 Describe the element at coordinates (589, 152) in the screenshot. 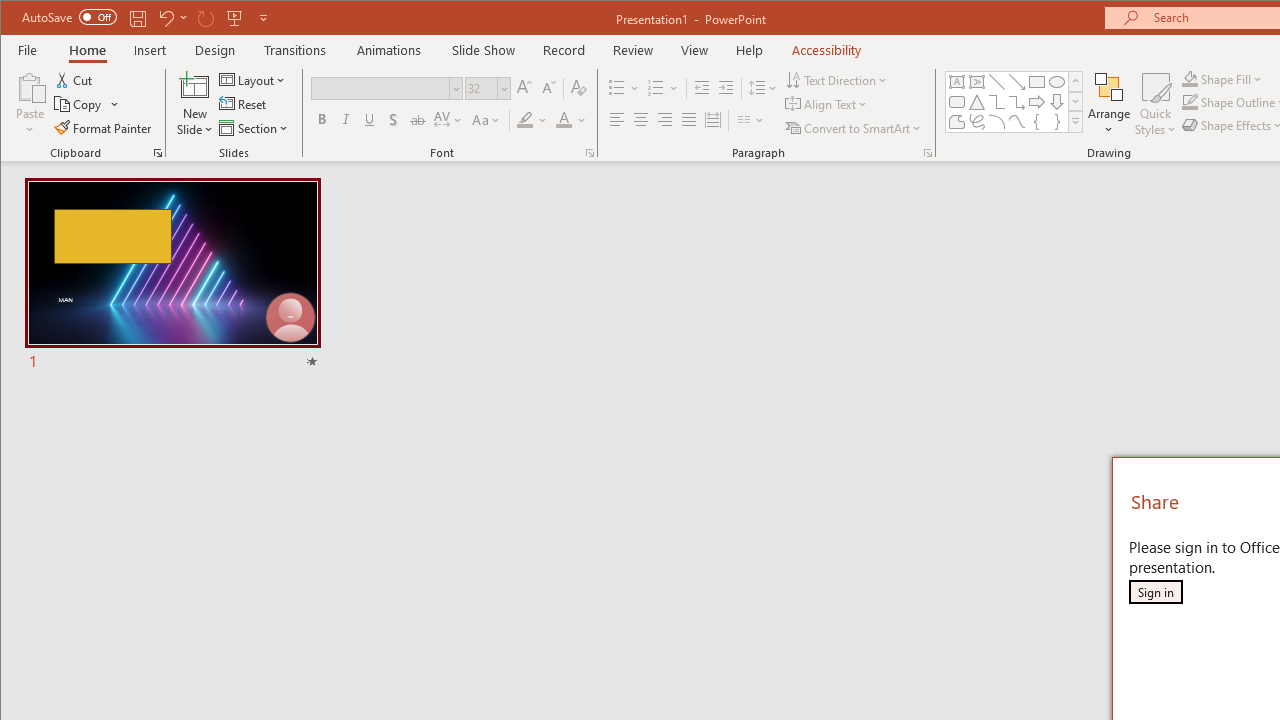

I see `'Font...'` at that location.